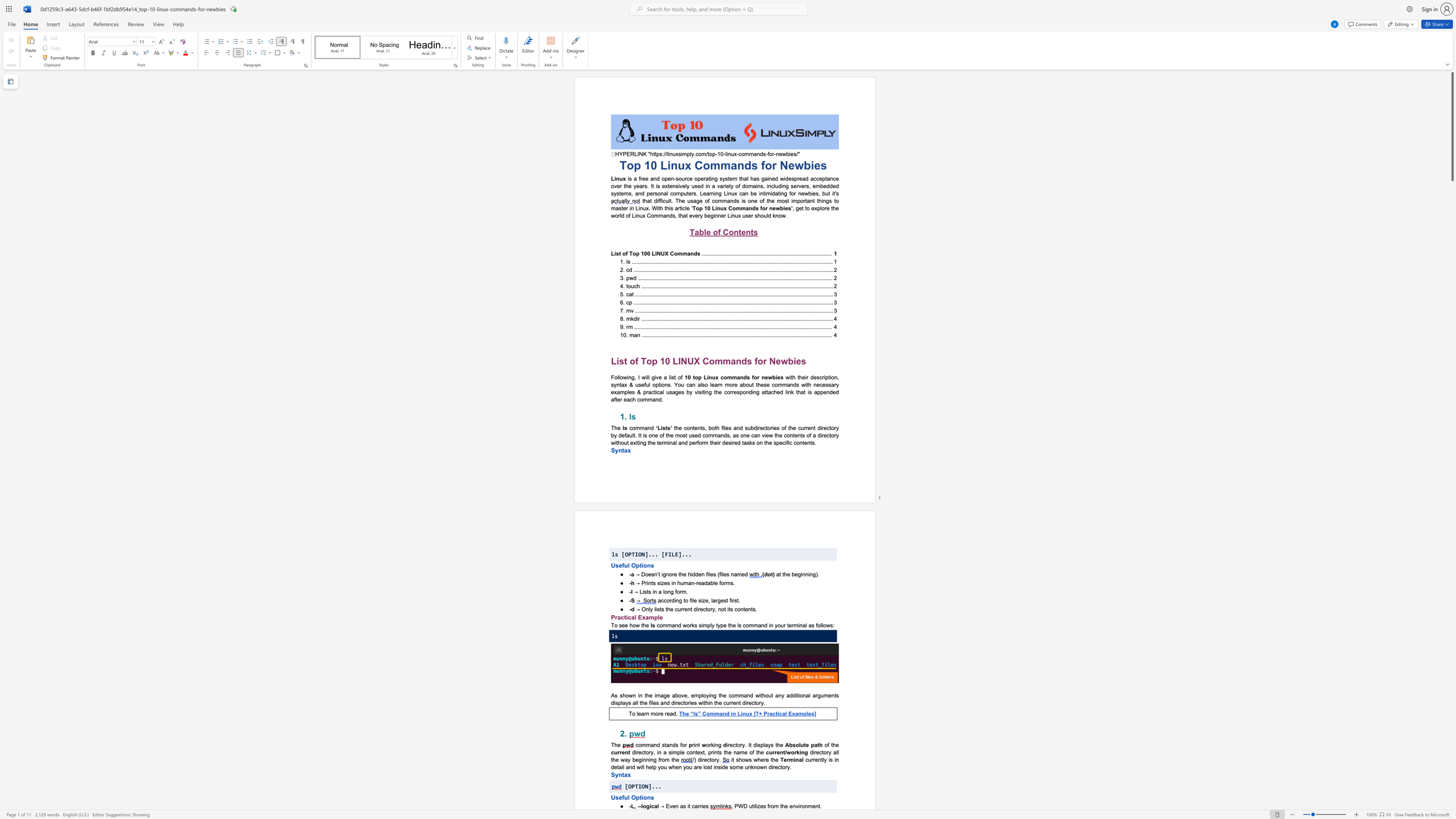 The height and width of the screenshot is (819, 1456). Describe the element at coordinates (638, 617) in the screenshot. I see `the subset text "Examp" within the text "Practical Example"` at that location.